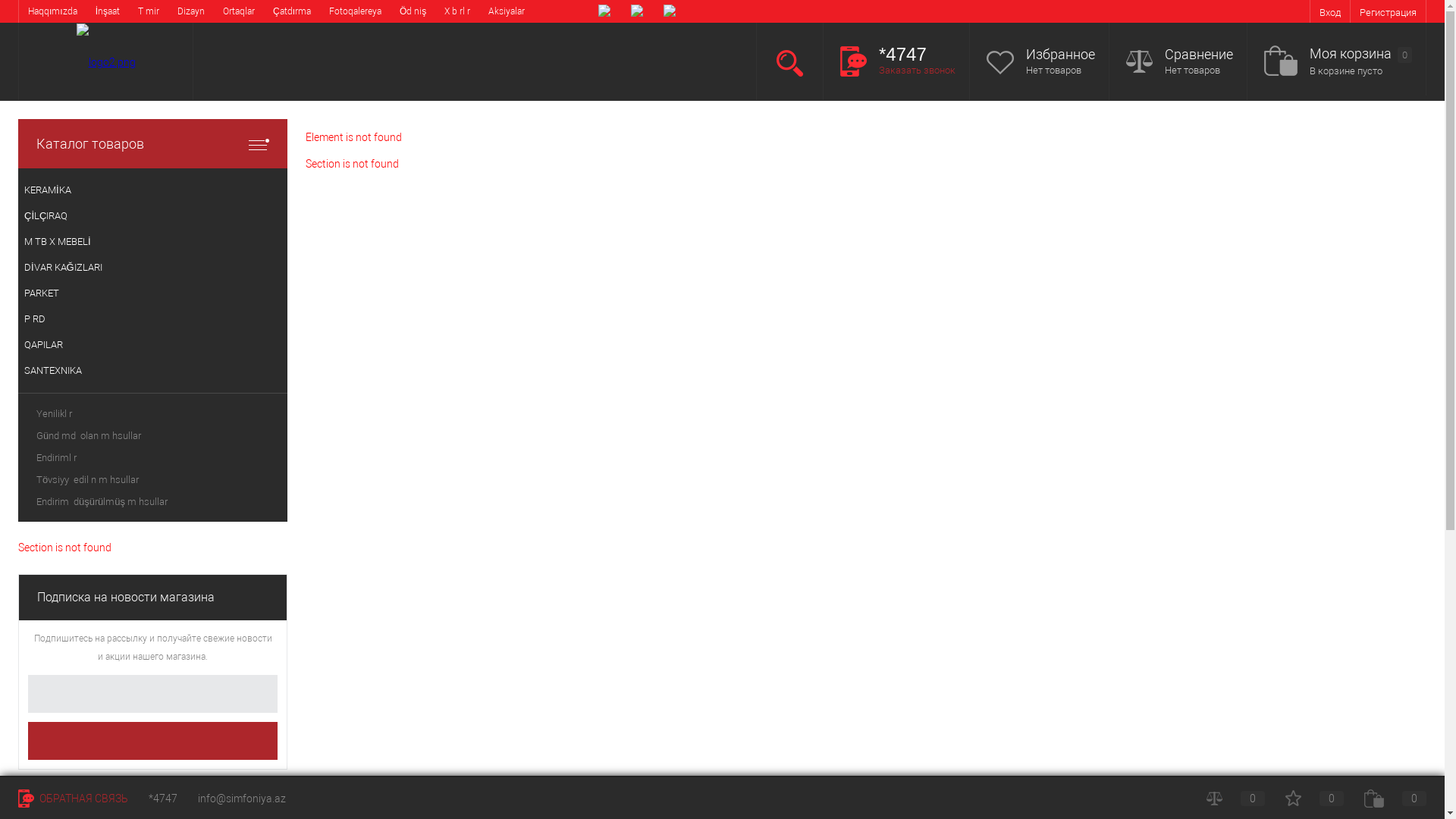  I want to click on 'Fotoqalereya', so click(319, 11).